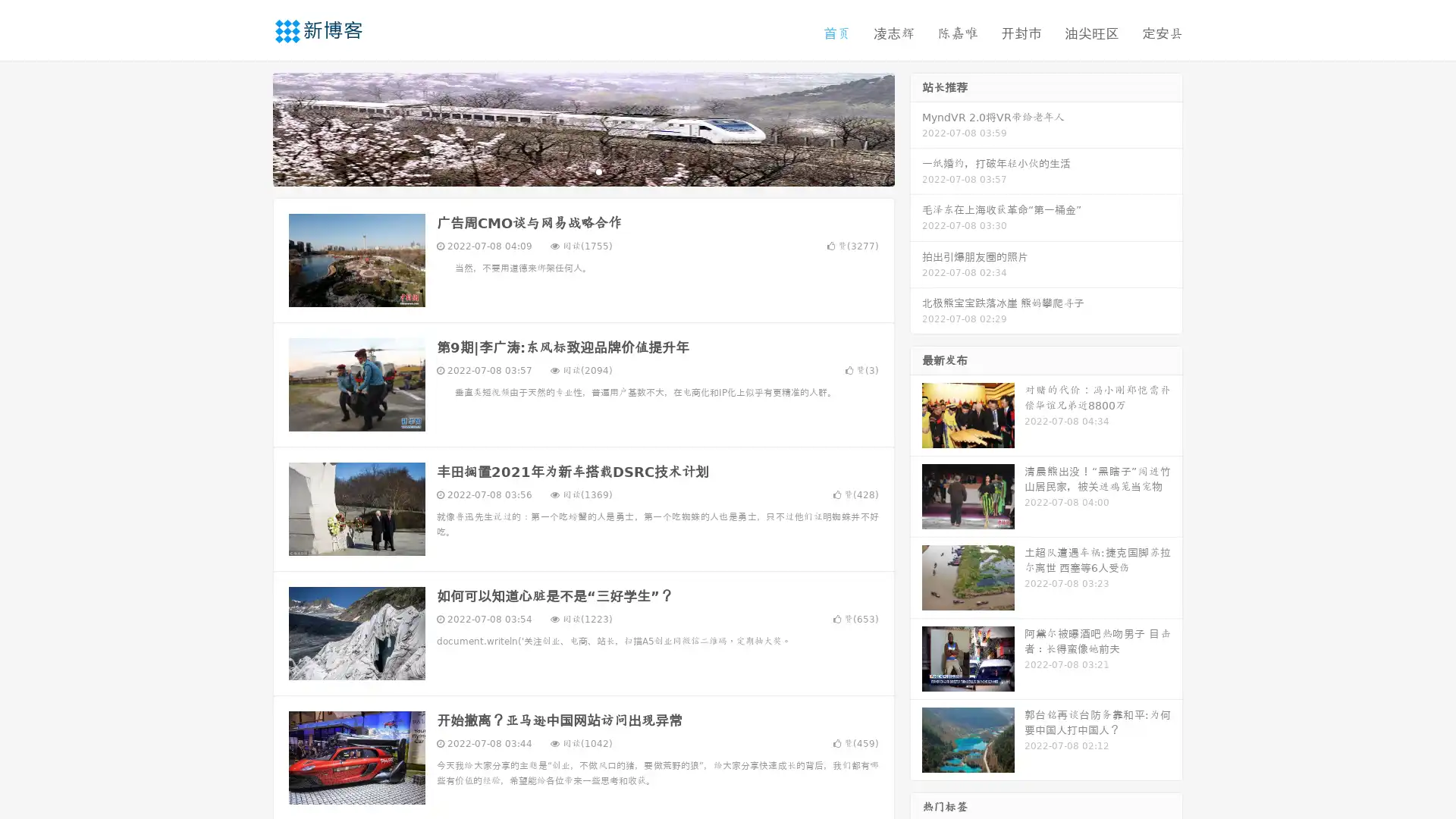 The height and width of the screenshot is (819, 1456). I want to click on Previous slide, so click(250, 127).